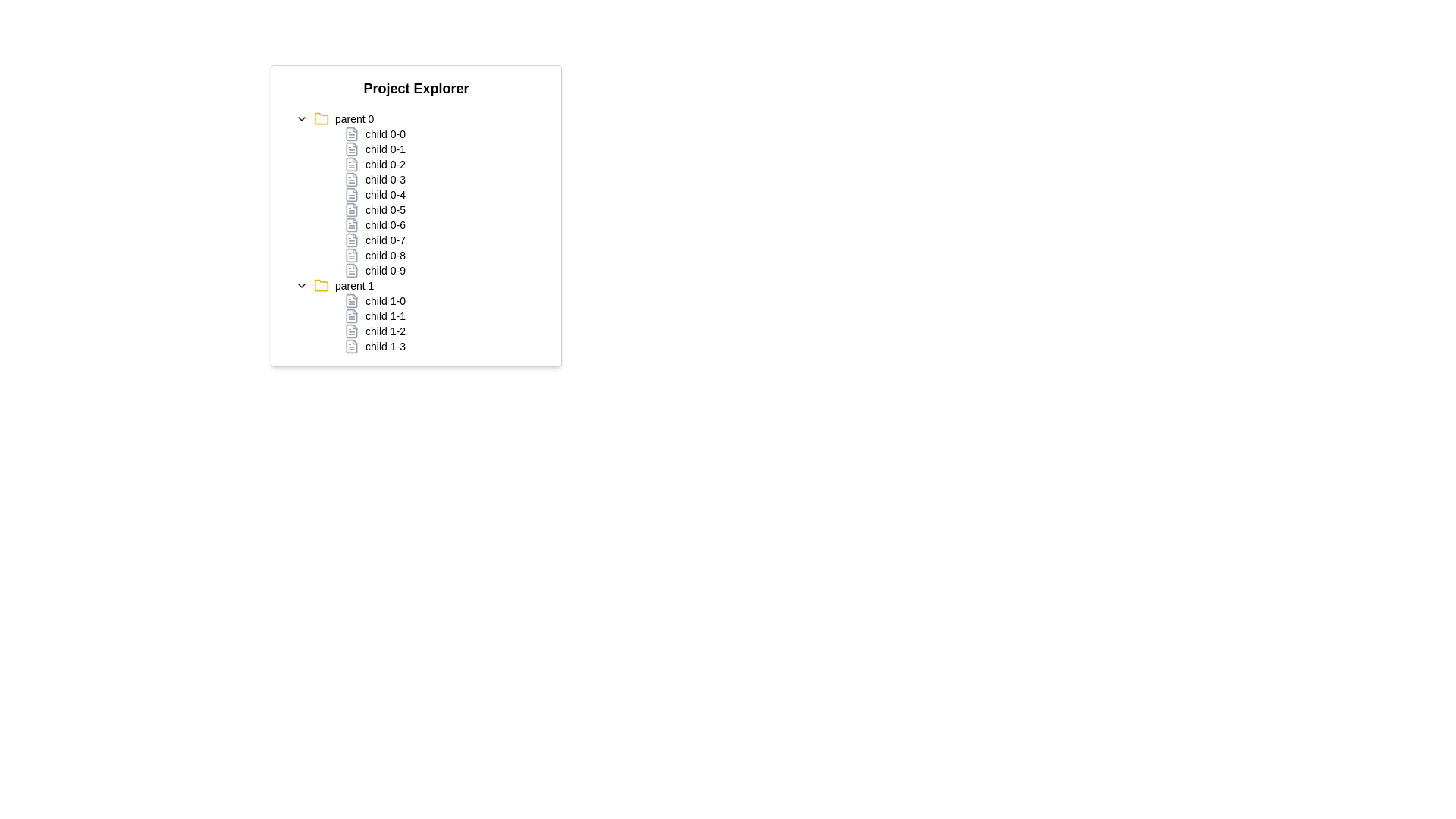 This screenshot has width=1456, height=819. Describe the element at coordinates (351, 194) in the screenshot. I see `the second icon representing a file or document` at that location.